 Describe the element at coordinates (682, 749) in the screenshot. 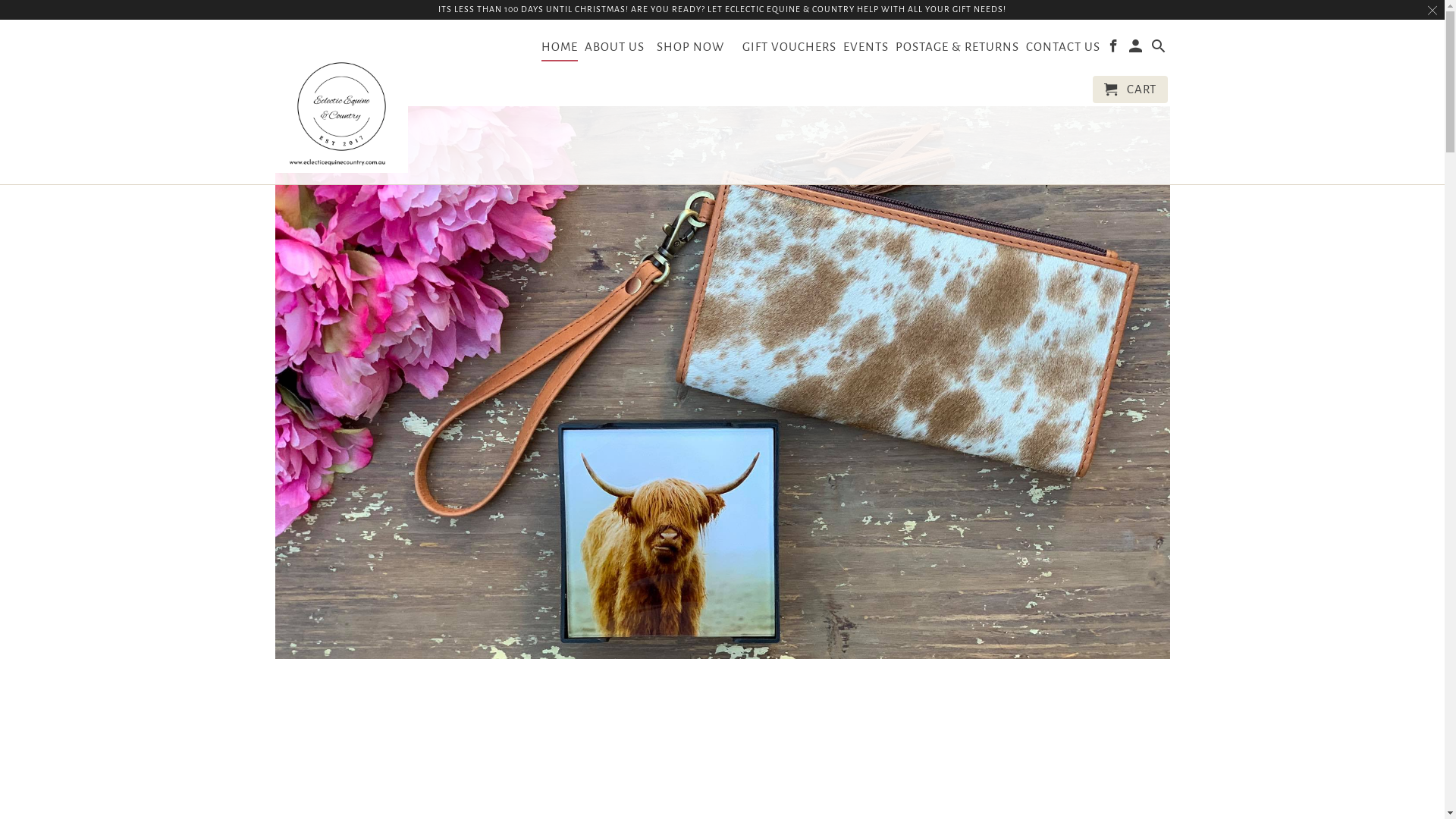

I see `'1'` at that location.